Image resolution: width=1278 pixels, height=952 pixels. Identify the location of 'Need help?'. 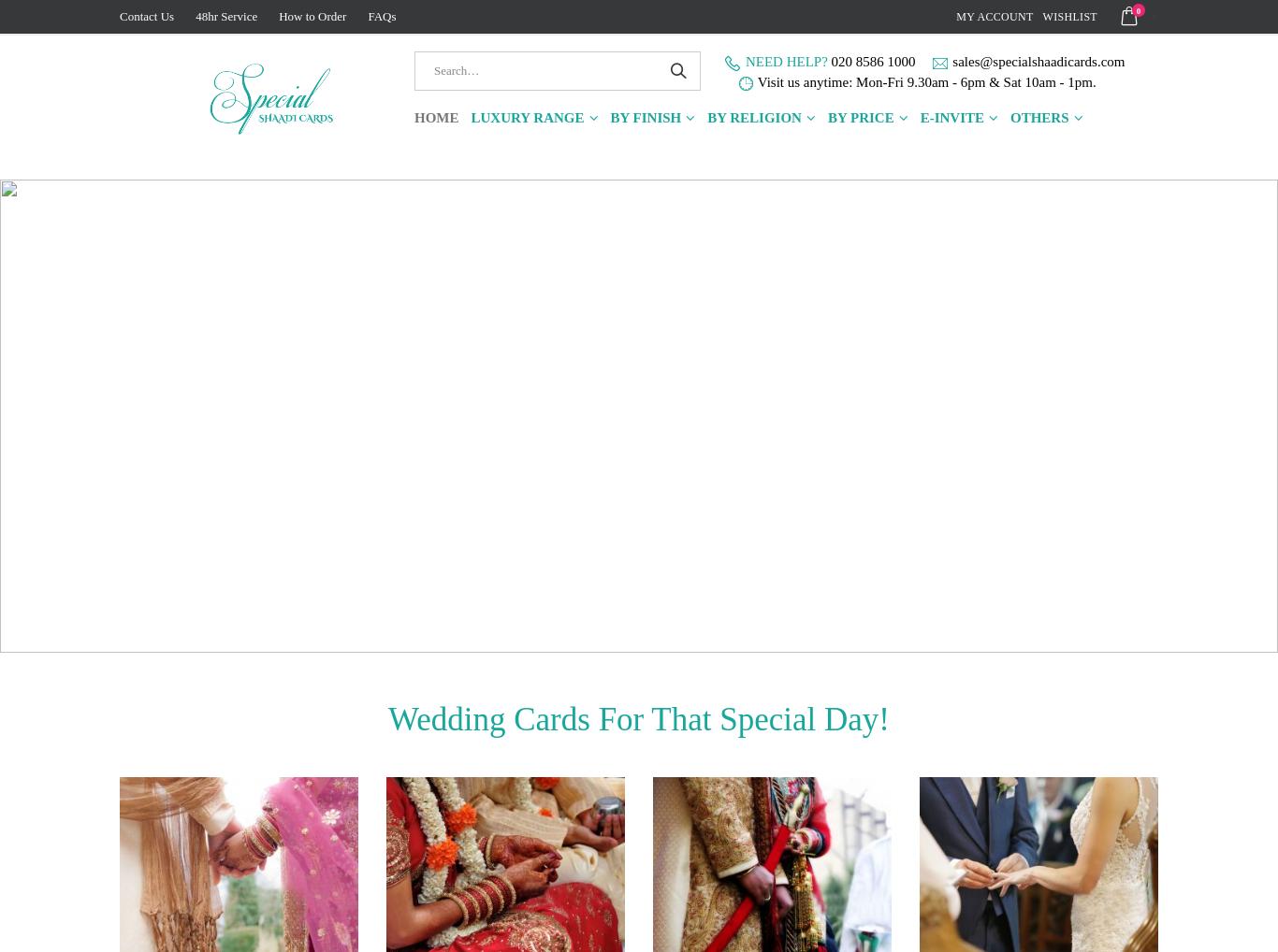
(744, 61).